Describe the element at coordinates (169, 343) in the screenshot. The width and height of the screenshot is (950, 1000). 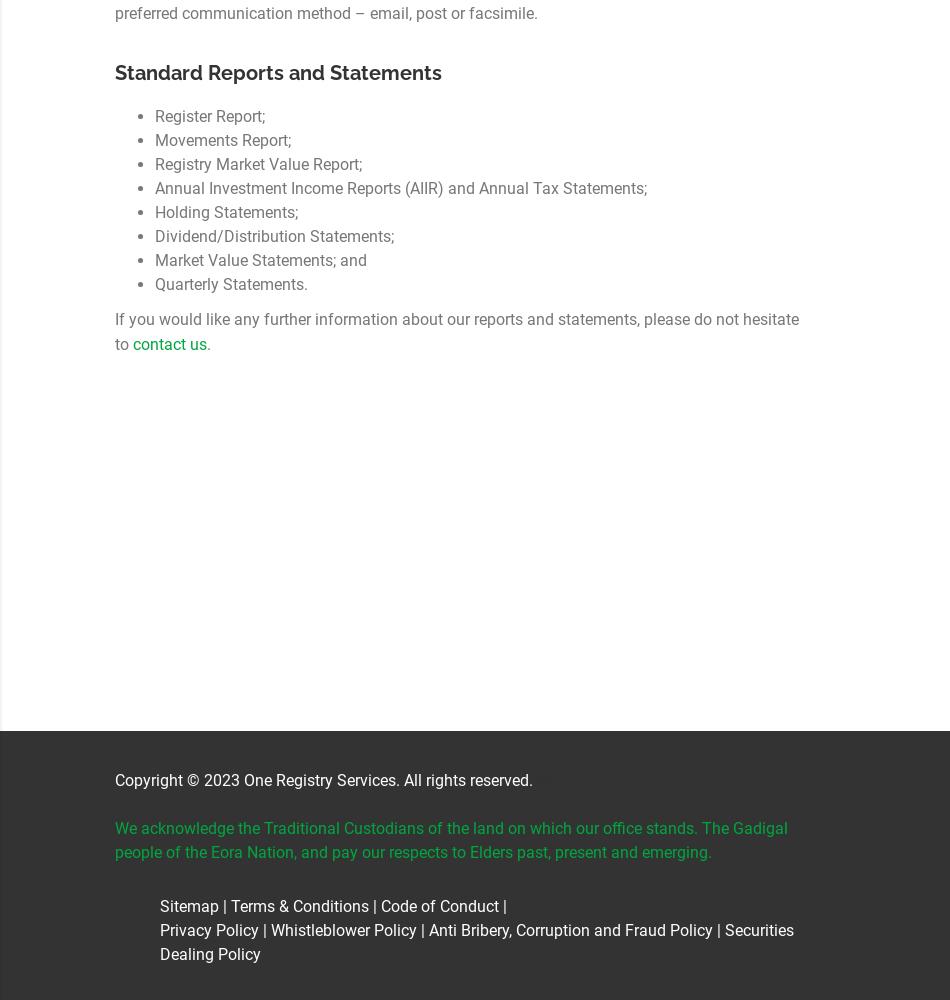
I see `'contact us'` at that location.